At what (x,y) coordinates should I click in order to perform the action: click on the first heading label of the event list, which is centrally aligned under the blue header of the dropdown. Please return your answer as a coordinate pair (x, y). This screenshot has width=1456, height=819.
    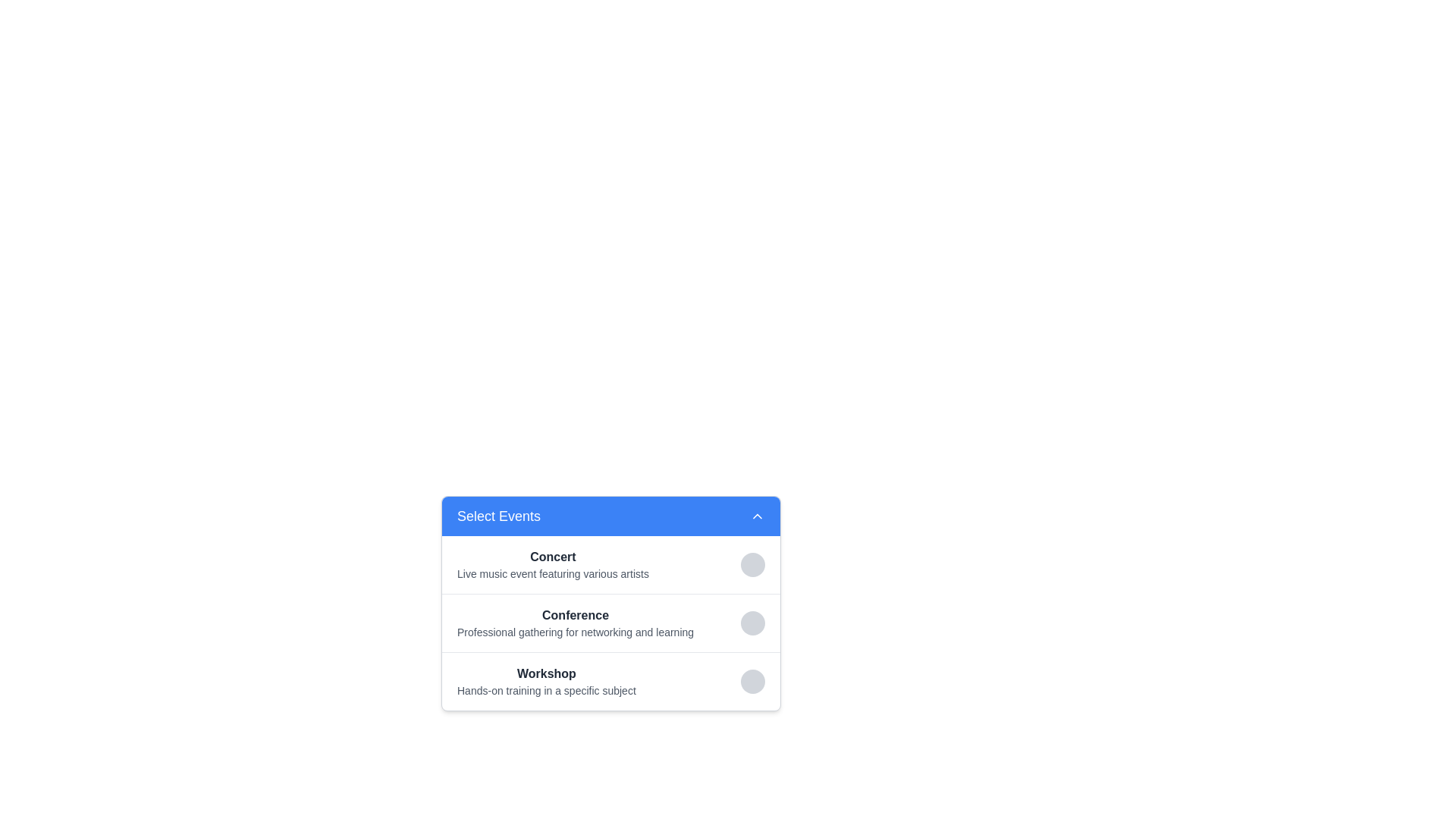
    Looking at the image, I should click on (552, 557).